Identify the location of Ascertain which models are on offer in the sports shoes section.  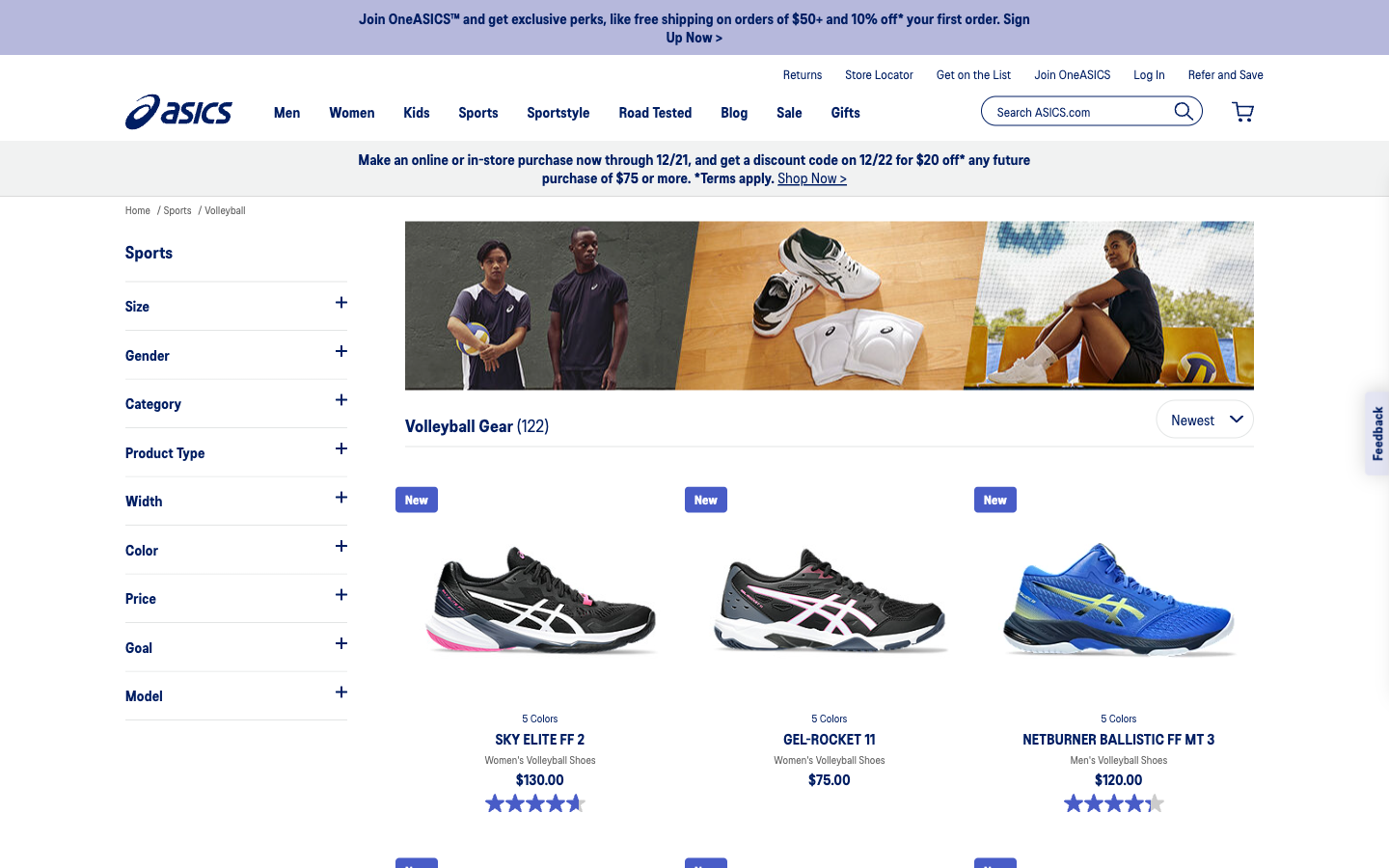
(234, 693).